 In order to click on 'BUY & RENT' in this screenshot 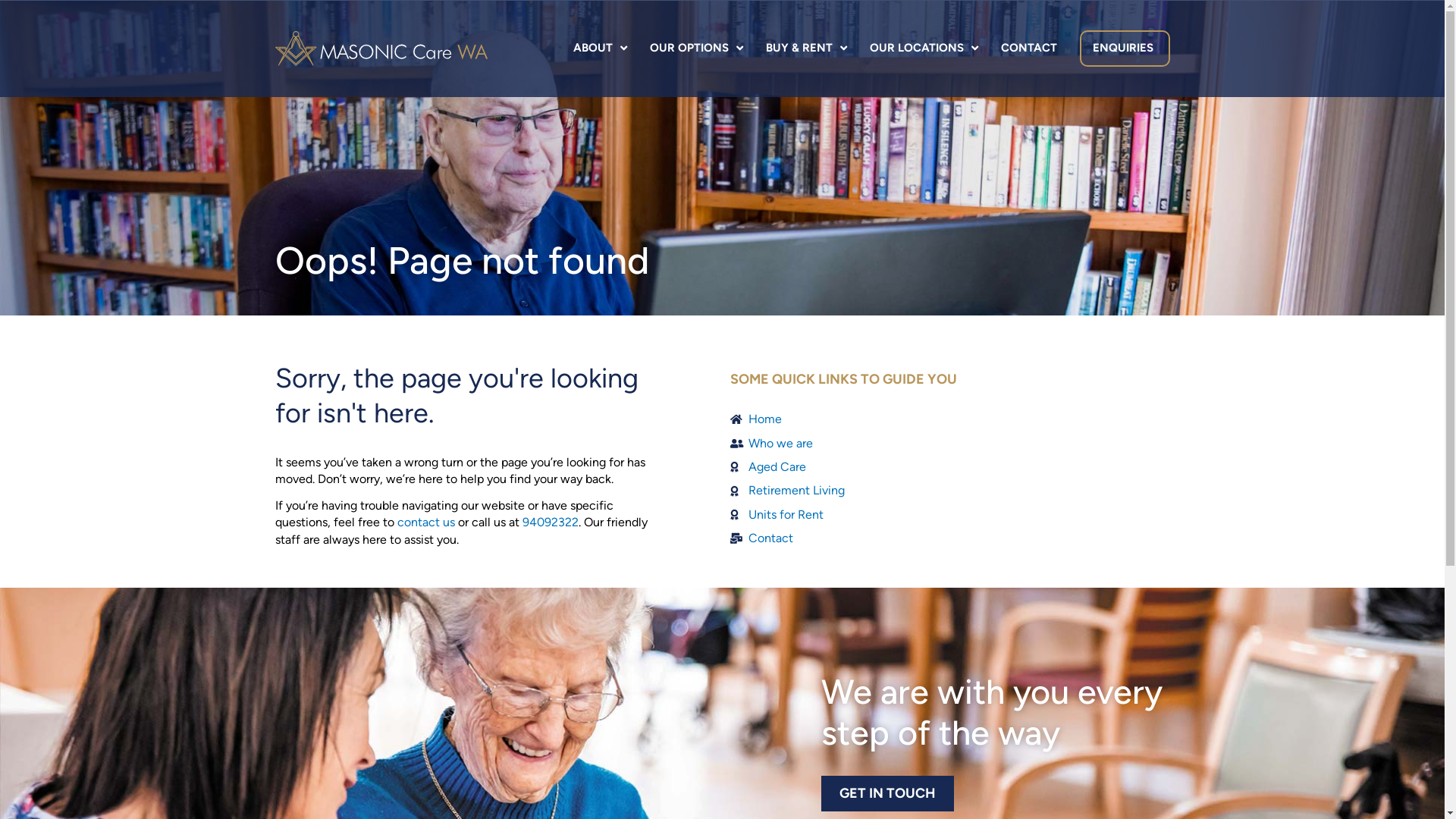, I will do `click(805, 48)`.